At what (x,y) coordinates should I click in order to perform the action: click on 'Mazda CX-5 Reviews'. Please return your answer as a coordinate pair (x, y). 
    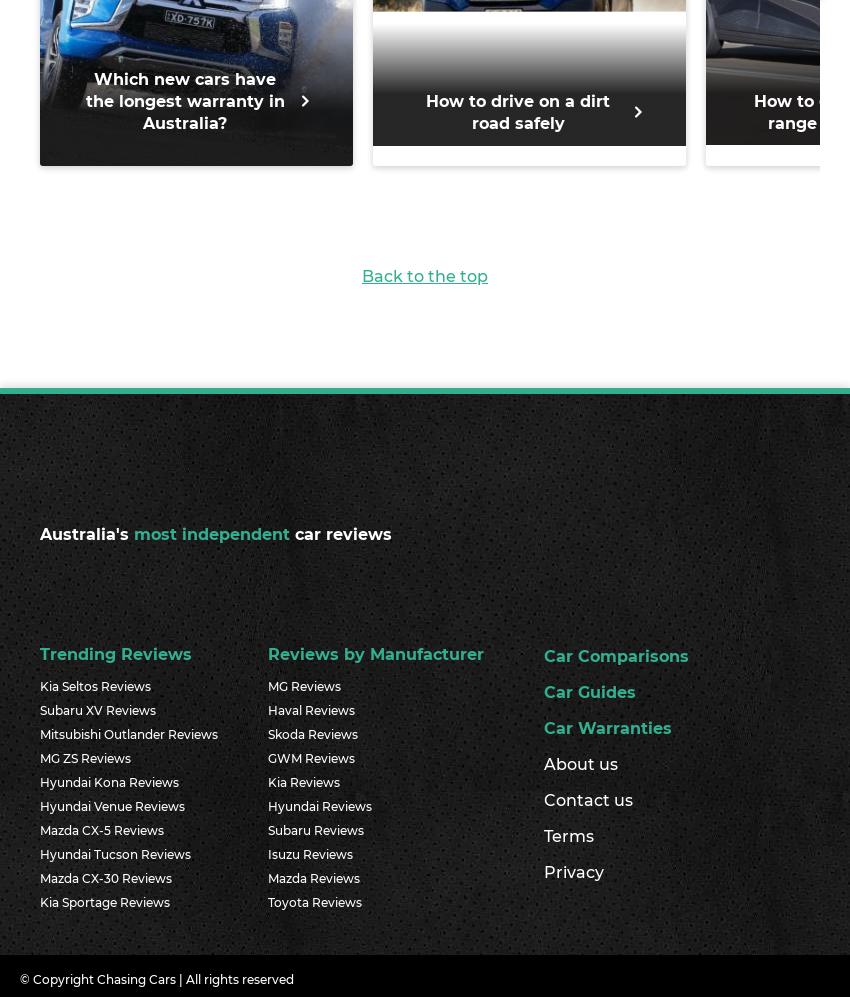
    Looking at the image, I should click on (101, 829).